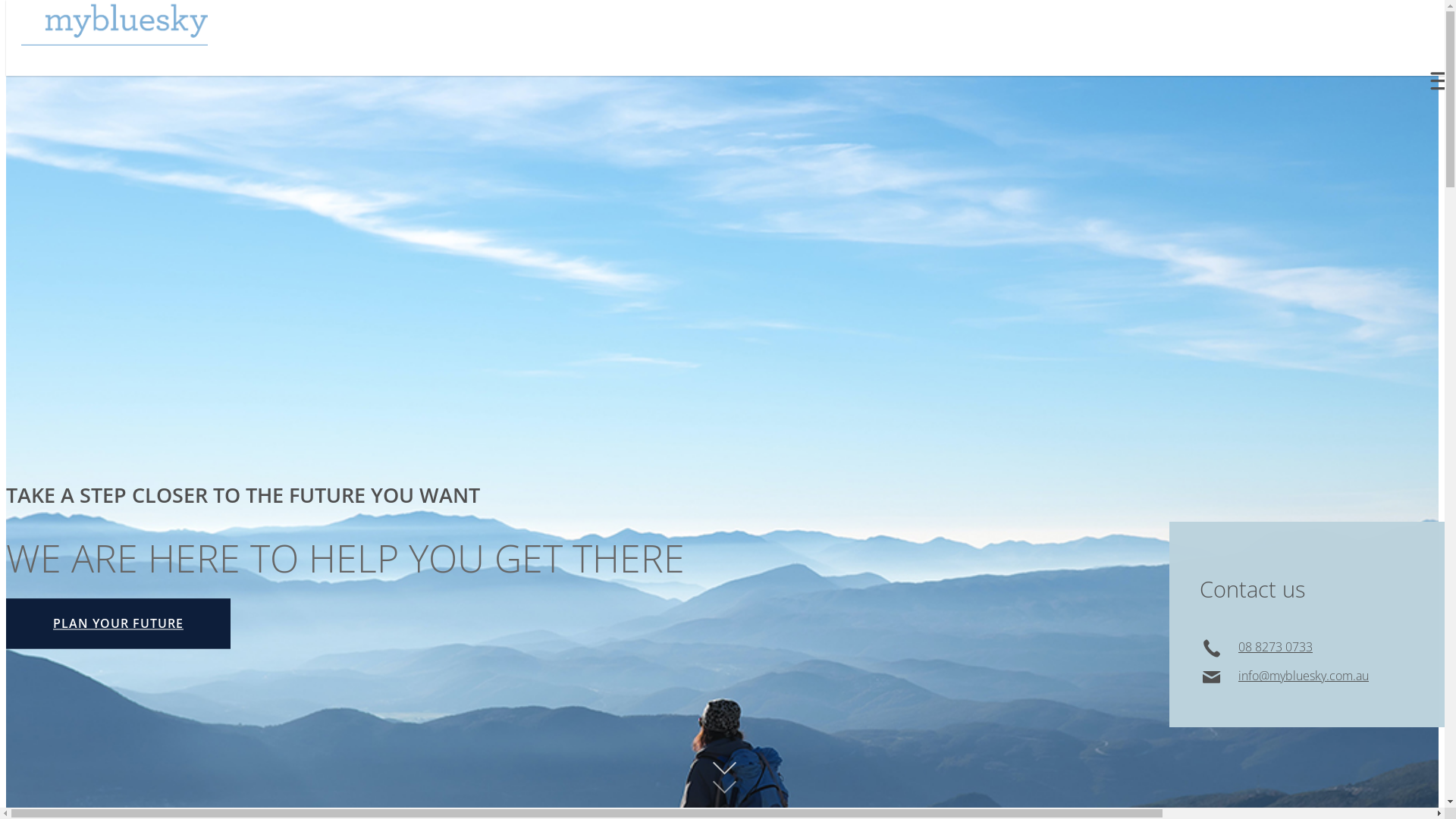  Describe the element at coordinates (1238, 675) in the screenshot. I see `'info@mybluesky.com.au'` at that location.